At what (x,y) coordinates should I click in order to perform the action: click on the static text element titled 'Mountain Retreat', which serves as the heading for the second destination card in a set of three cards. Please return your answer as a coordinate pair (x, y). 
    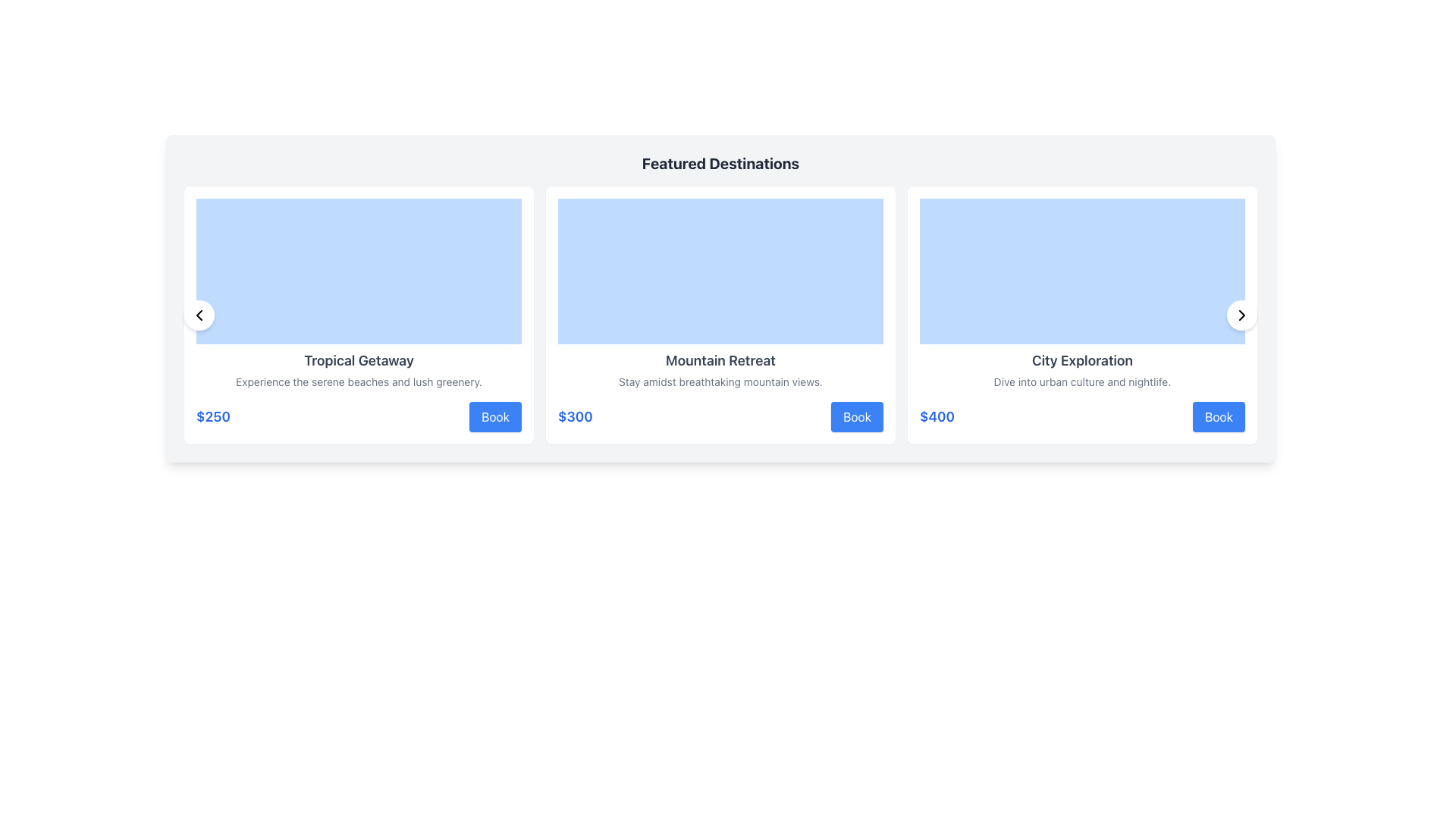
    Looking at the image, I should click on (720, 360).